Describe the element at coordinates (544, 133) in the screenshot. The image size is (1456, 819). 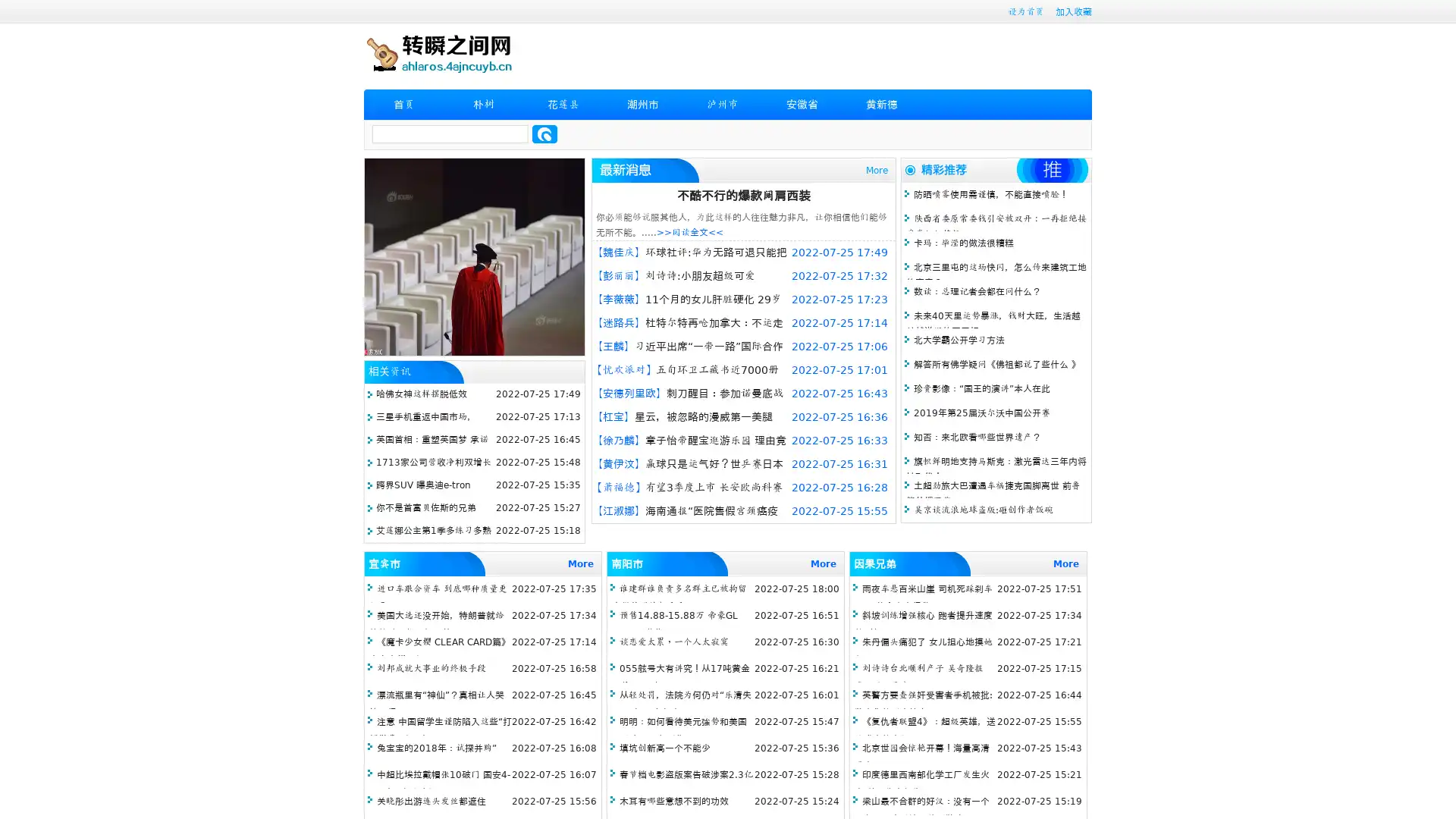
I see `Search` at that location.